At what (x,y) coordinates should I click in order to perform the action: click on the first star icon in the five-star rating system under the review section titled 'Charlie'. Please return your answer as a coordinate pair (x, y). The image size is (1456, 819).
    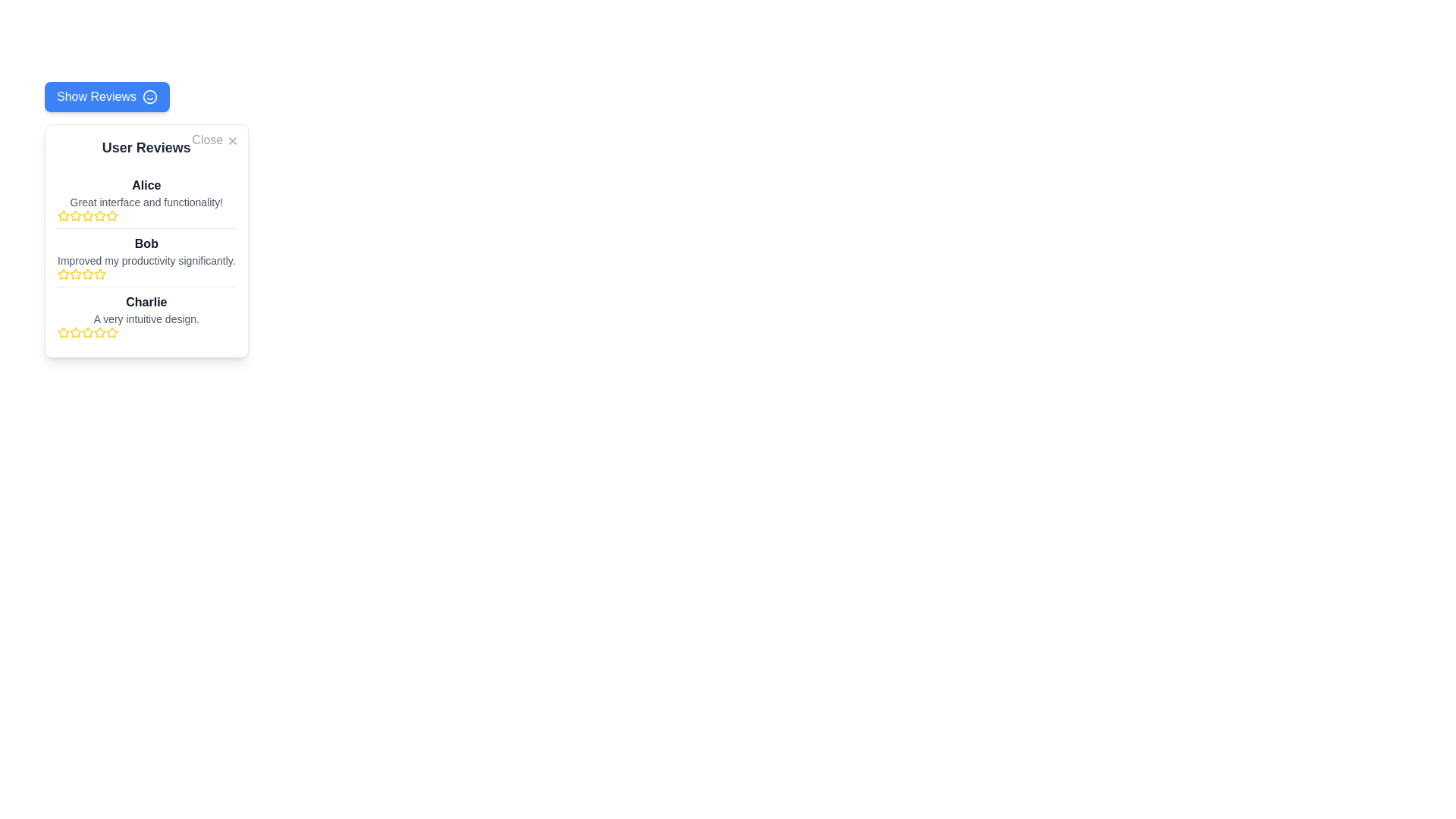
    Looking at the image, I should click on (75, 331).